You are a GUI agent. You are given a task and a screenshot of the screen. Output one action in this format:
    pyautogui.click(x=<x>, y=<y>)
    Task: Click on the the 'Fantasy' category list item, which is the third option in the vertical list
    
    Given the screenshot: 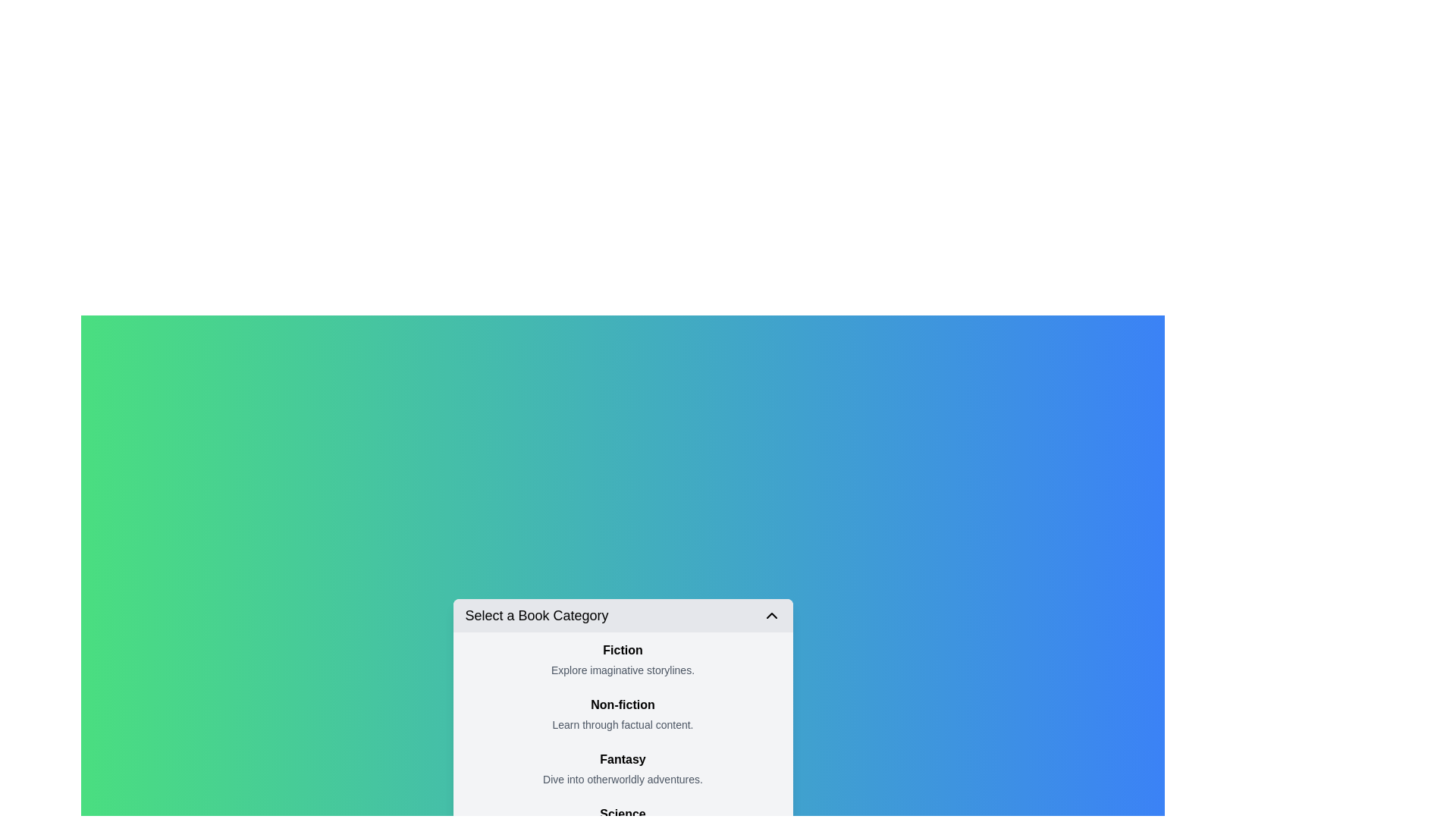 What is the action you would take?
    pyautogui.click(x=623, y=769)
    